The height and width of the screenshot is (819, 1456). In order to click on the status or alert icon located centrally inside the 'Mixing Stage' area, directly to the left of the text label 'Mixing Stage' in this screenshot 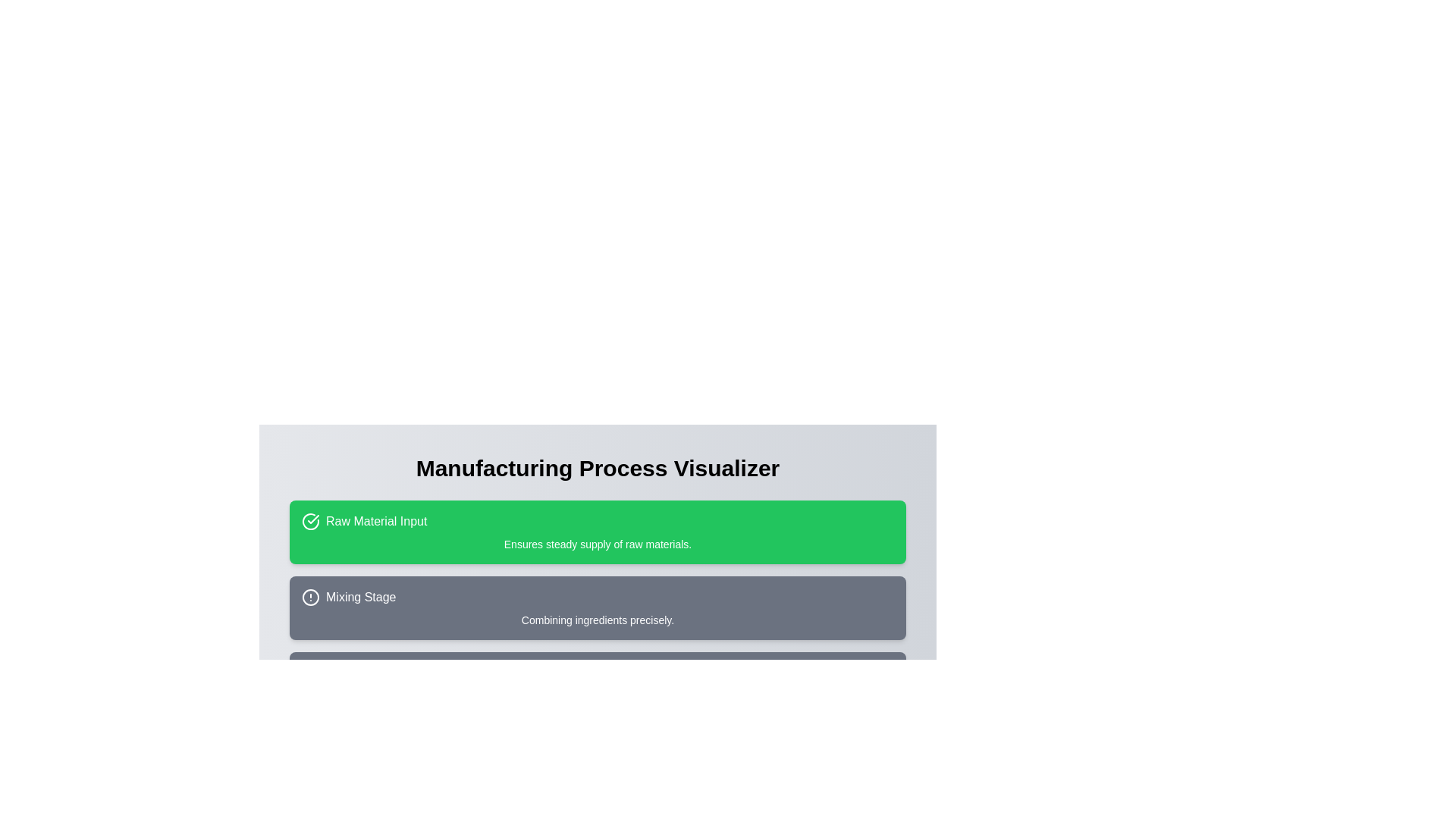, I will do `click(309, 596)`.